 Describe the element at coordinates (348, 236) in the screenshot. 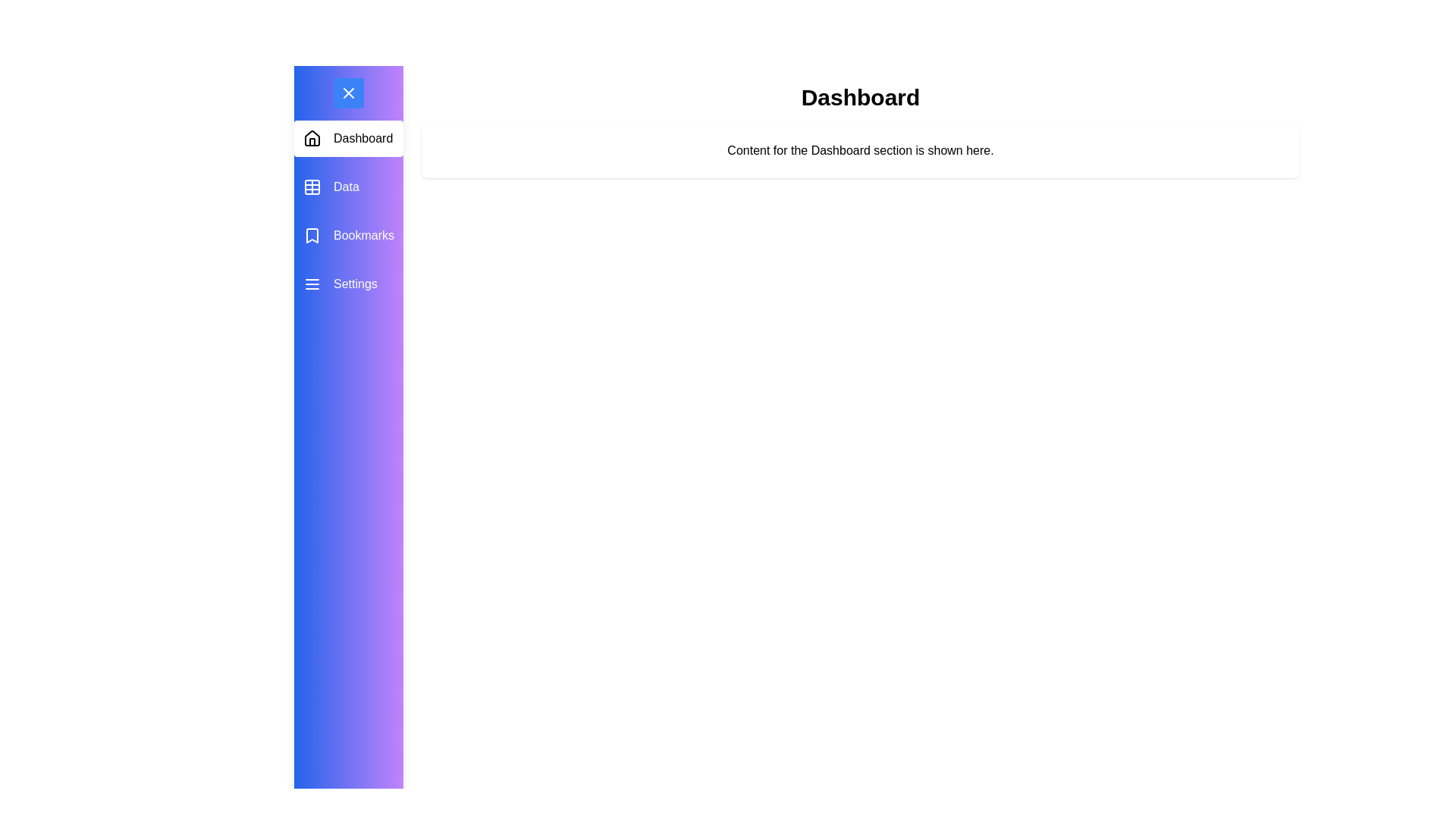

I see `the menu item Bookmarks from the drawer` at that location.